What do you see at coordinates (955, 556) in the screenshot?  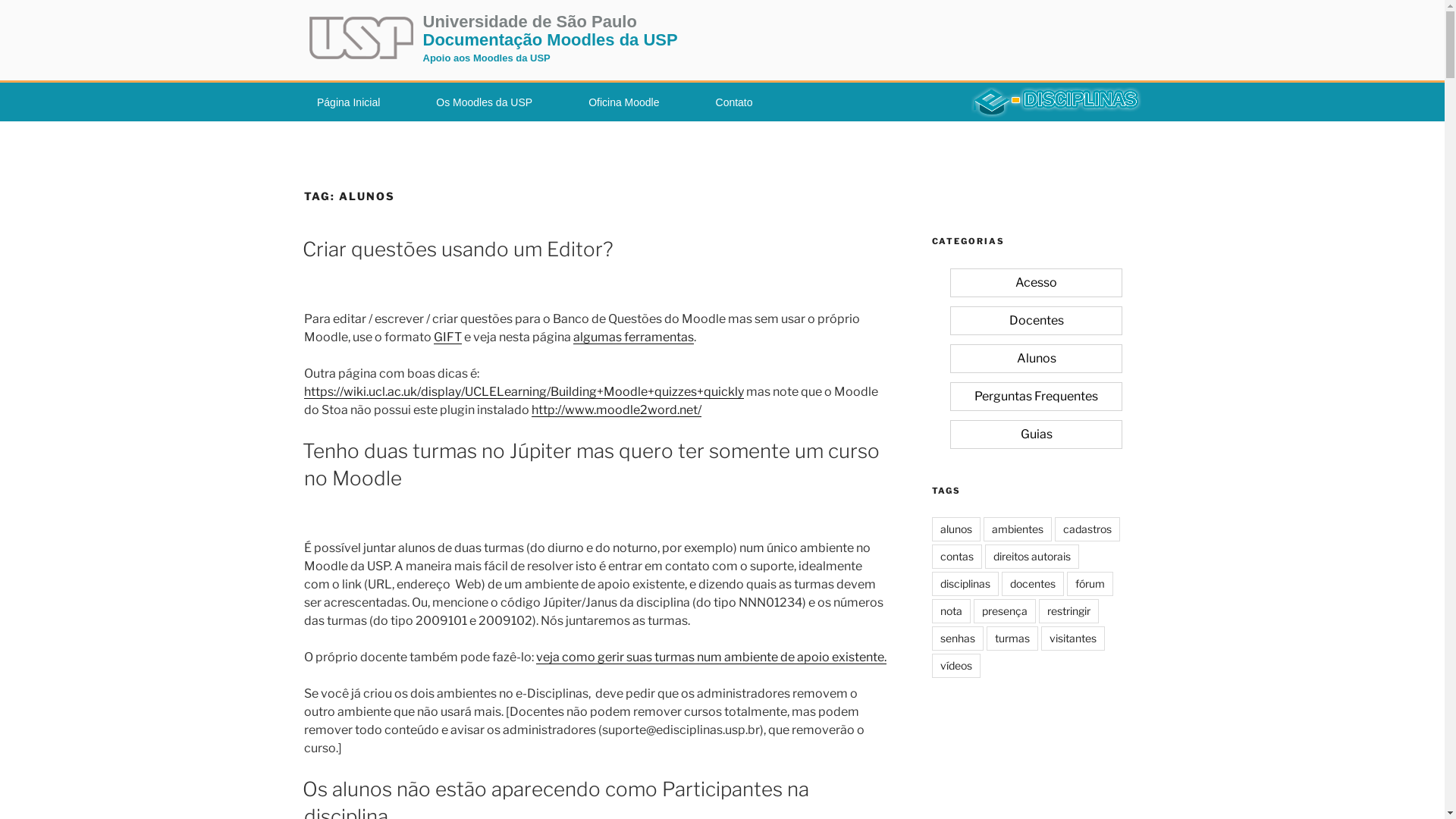 I see `'contas'` at bounding box center [955, 556].